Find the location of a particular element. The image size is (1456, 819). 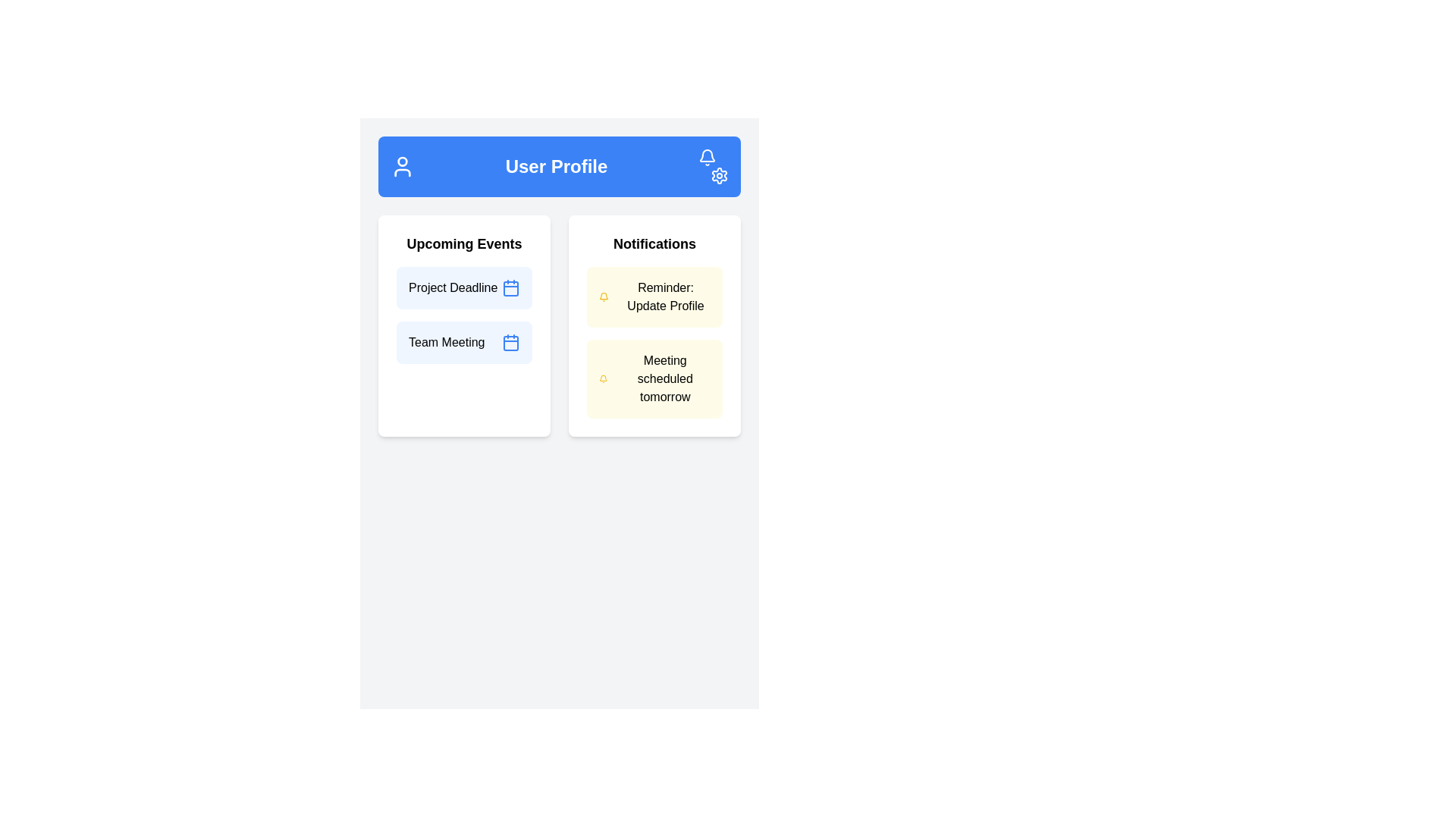

the lower part of the user icon, which is represented by a semi-circular arc, located to the left of the 'User Profile' text on the blue background header area is located at coordinates (403, 171).